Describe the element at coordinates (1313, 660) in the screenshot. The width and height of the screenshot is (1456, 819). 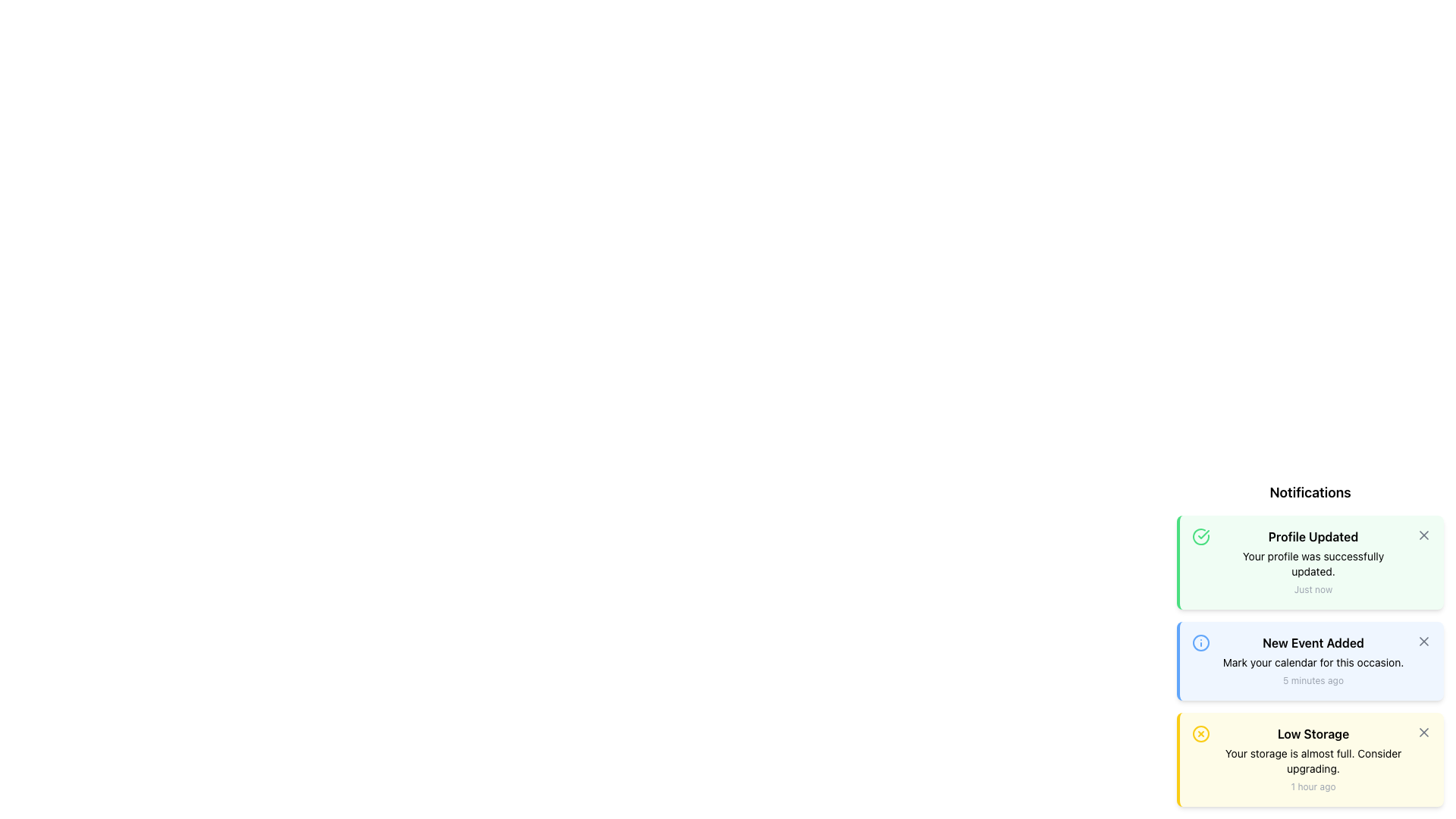
I see `the second notification card titled 'New Event Added' with a blue background in the list of notifications` at that location.